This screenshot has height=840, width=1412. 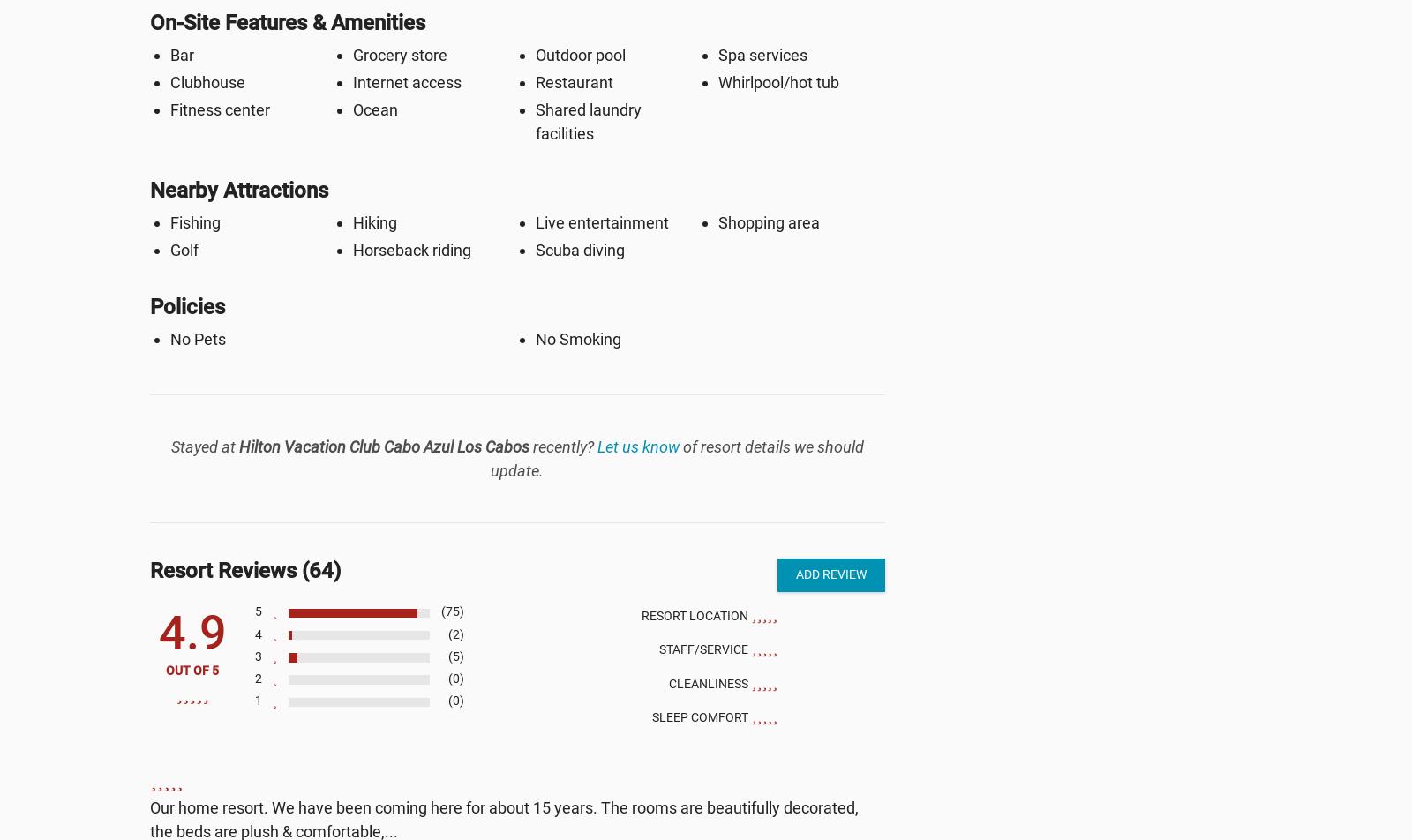 I want to click on 'Restaurant', so click(x=573, y=81).